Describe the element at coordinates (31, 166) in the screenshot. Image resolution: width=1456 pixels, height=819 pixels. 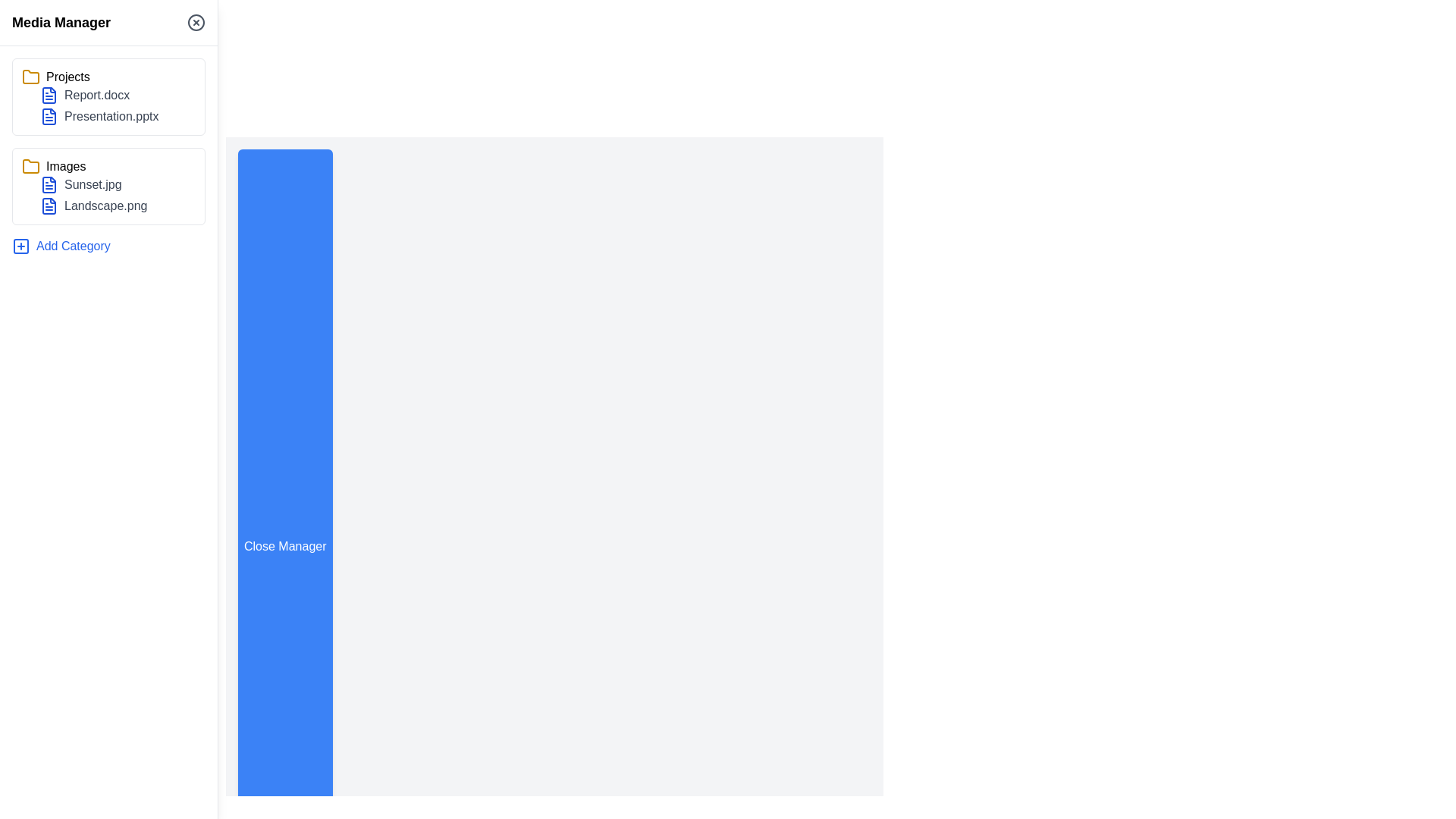
I see `the small yellow folder icon located in the left sidebar next to the 'Images' label` at that location.